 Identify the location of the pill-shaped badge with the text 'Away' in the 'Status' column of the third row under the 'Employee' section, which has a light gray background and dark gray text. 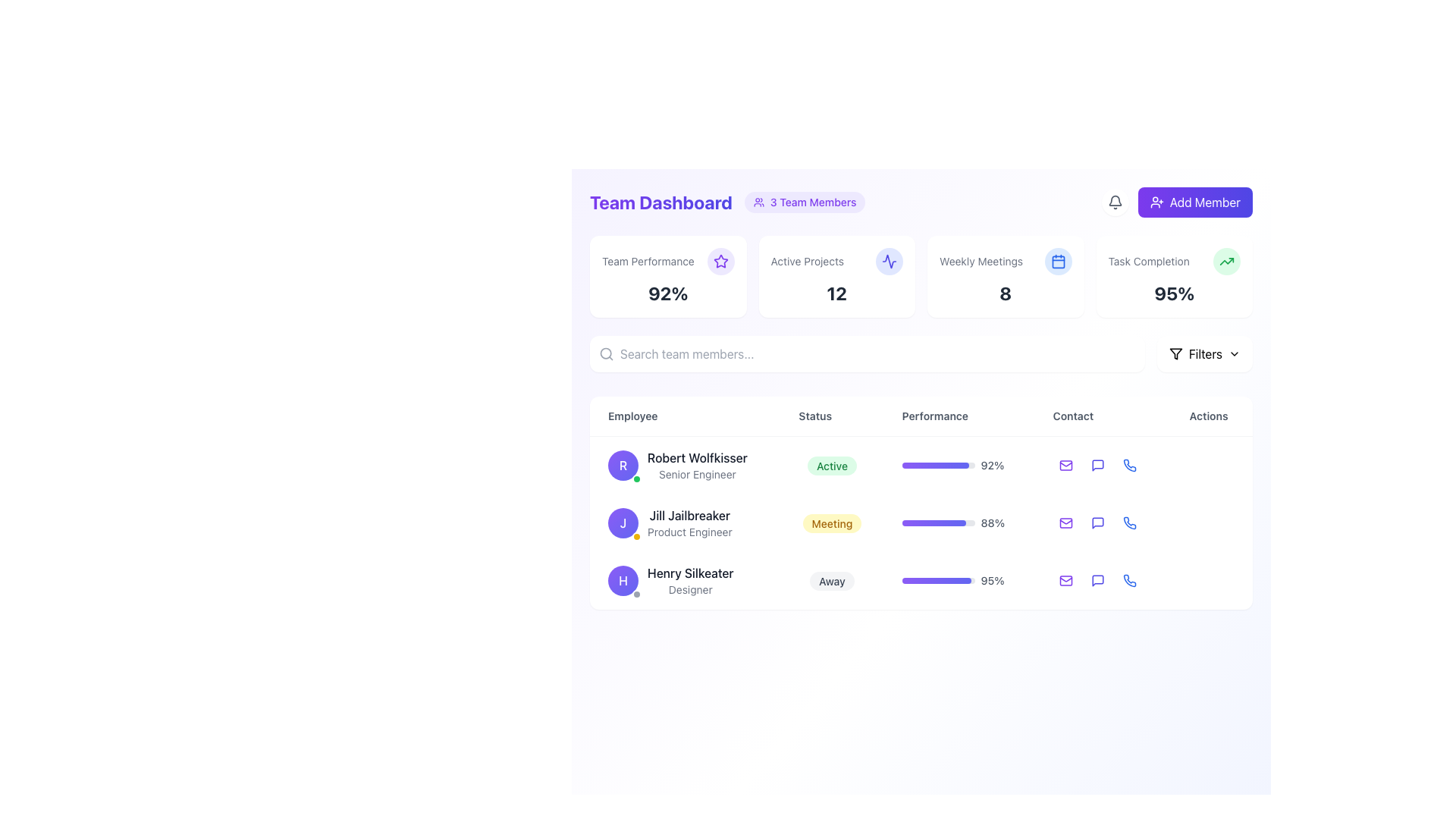
(831, 580).